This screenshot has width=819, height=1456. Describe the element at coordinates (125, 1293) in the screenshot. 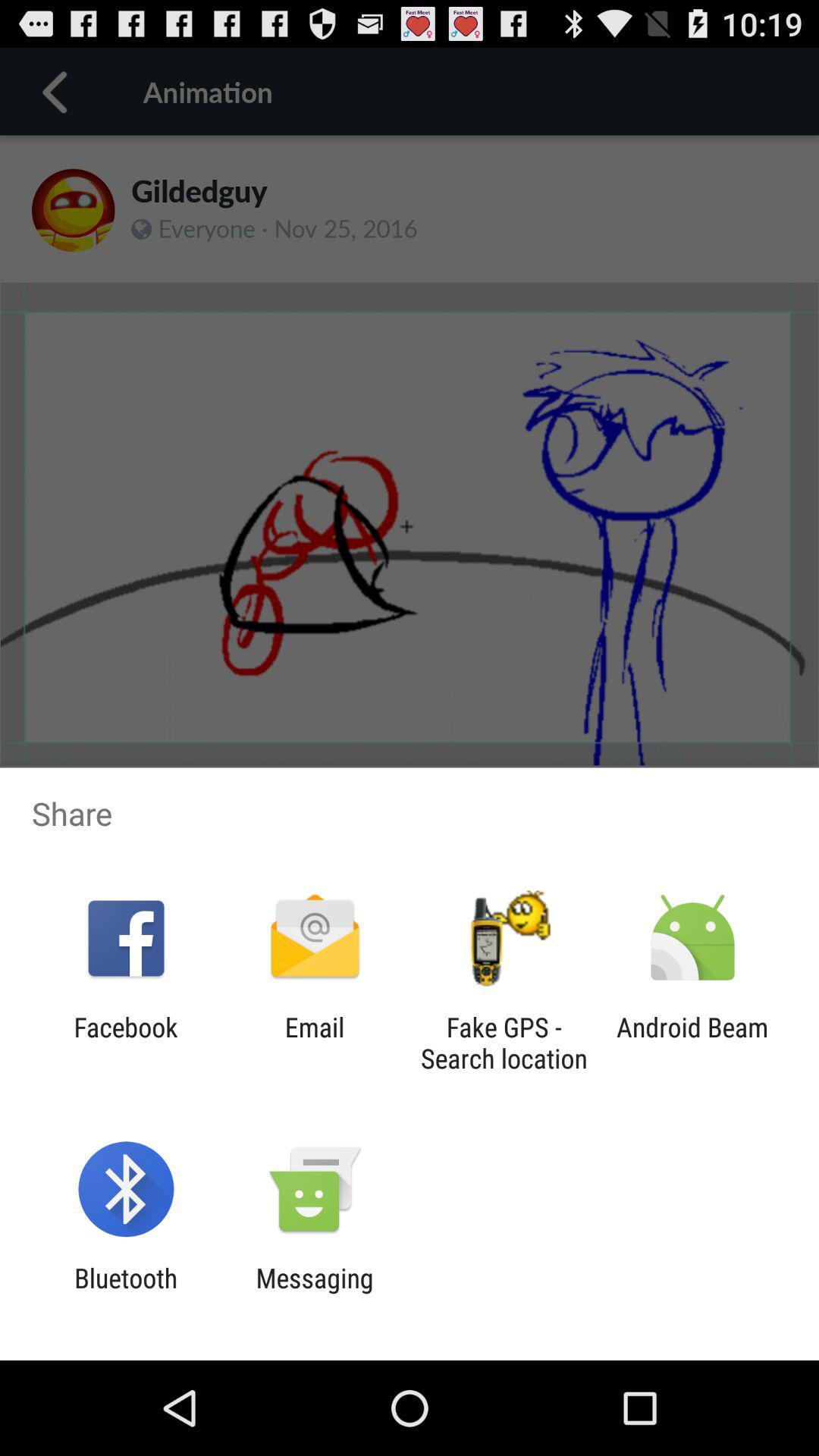

I see `item next to messaging icon` at that location.